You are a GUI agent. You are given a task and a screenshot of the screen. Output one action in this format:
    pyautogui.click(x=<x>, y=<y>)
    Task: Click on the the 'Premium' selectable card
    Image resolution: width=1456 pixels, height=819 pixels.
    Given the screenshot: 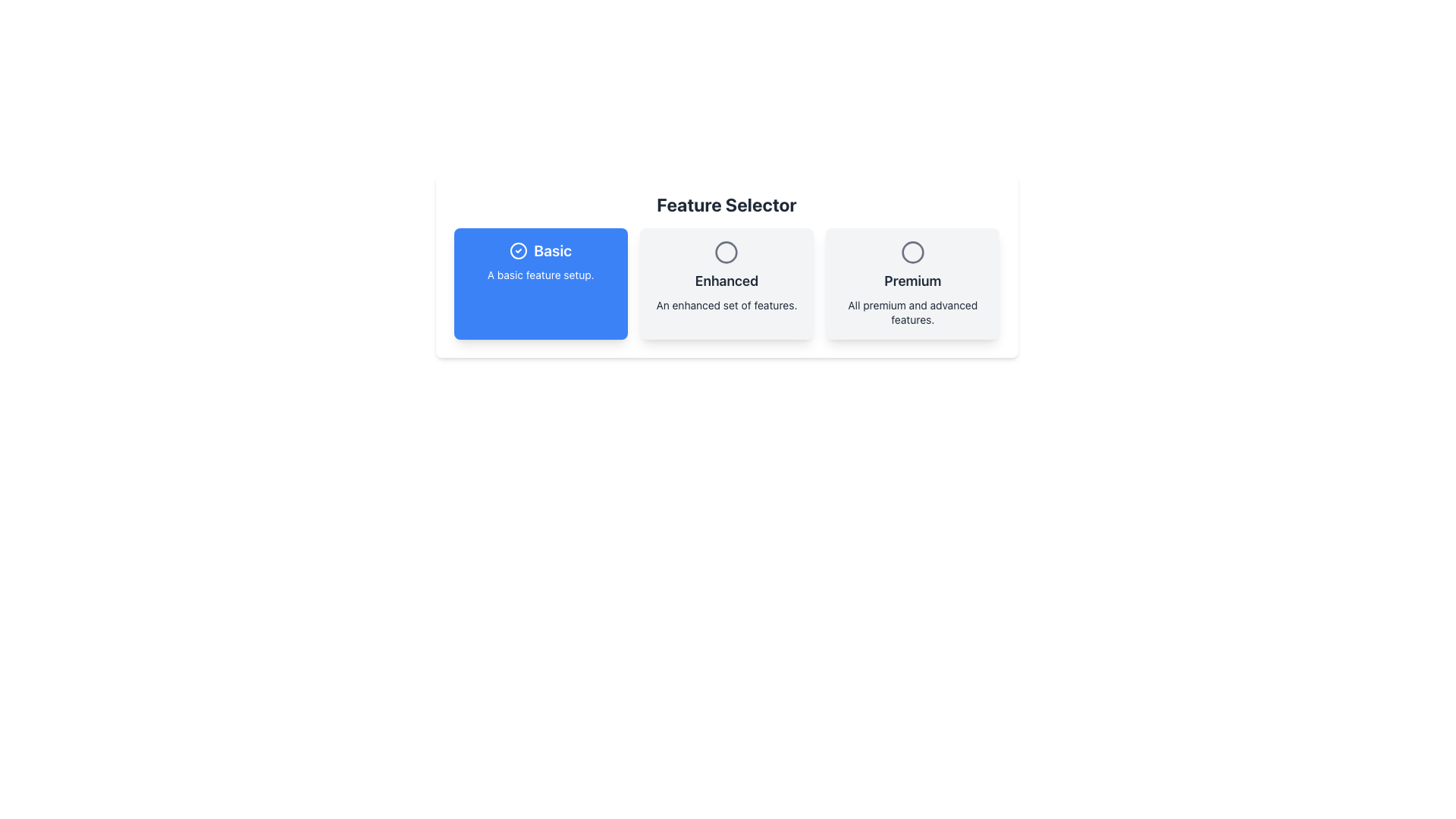 What is the action you would take?
    pyautogui.click(x=912, y=284)
    